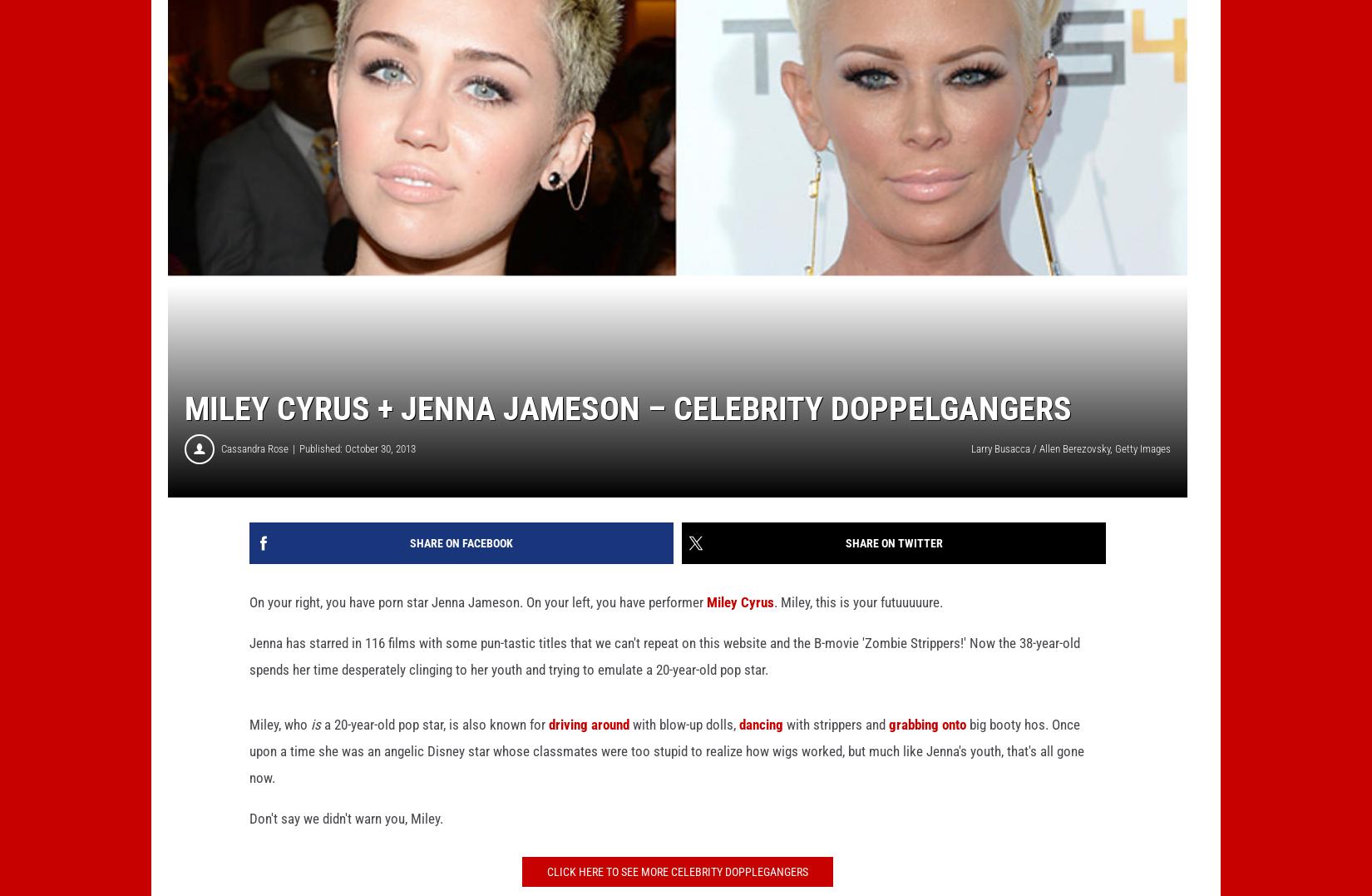  What do you see at coordinates (740, 627) in the screenshot?
I see `'Miley Cyrus'` at bounding box center [740, 627].